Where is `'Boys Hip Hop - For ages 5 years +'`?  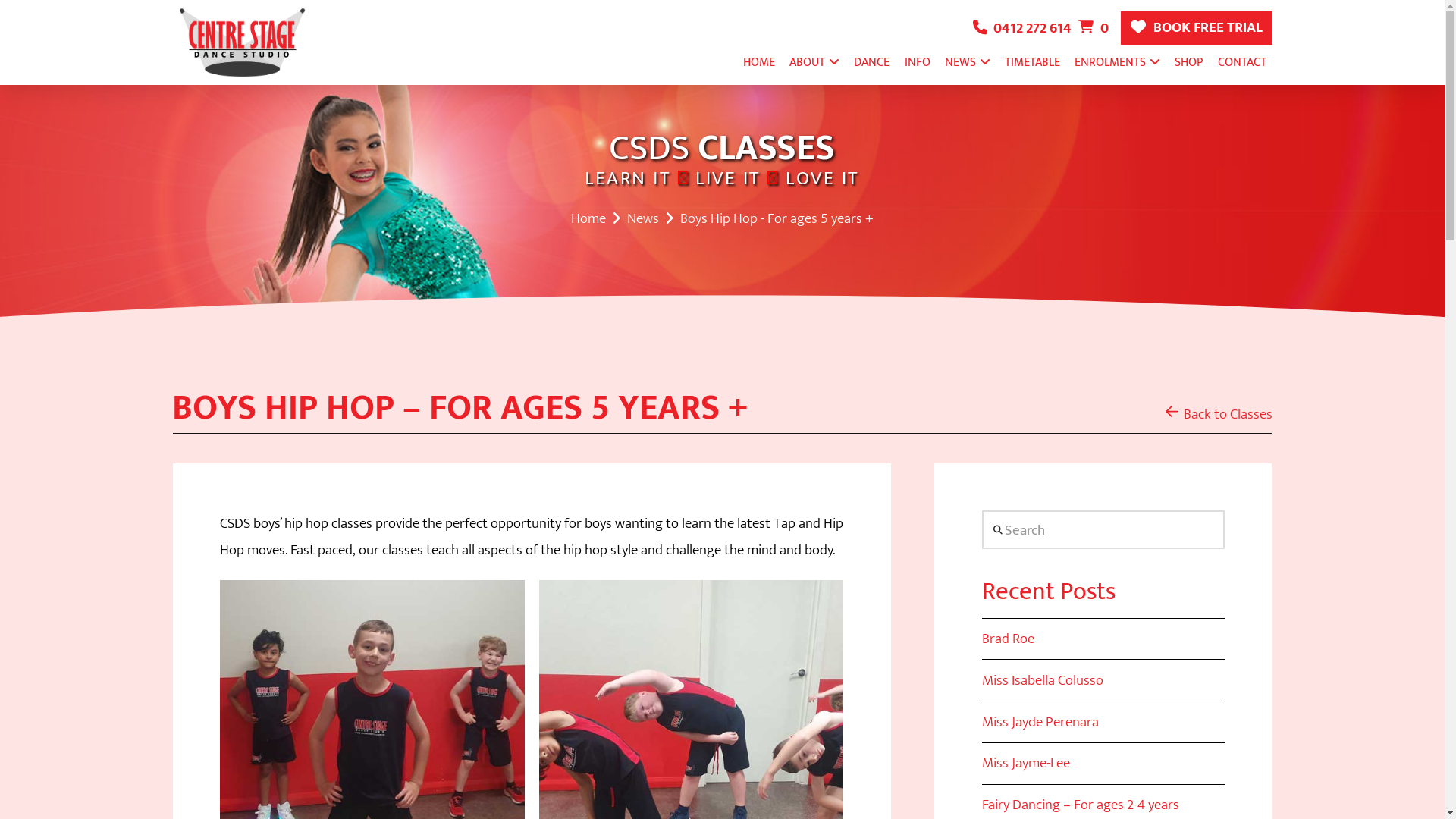 'Boys Hip Hop - For ages 5 years +' is located at coordinates (777, 218).